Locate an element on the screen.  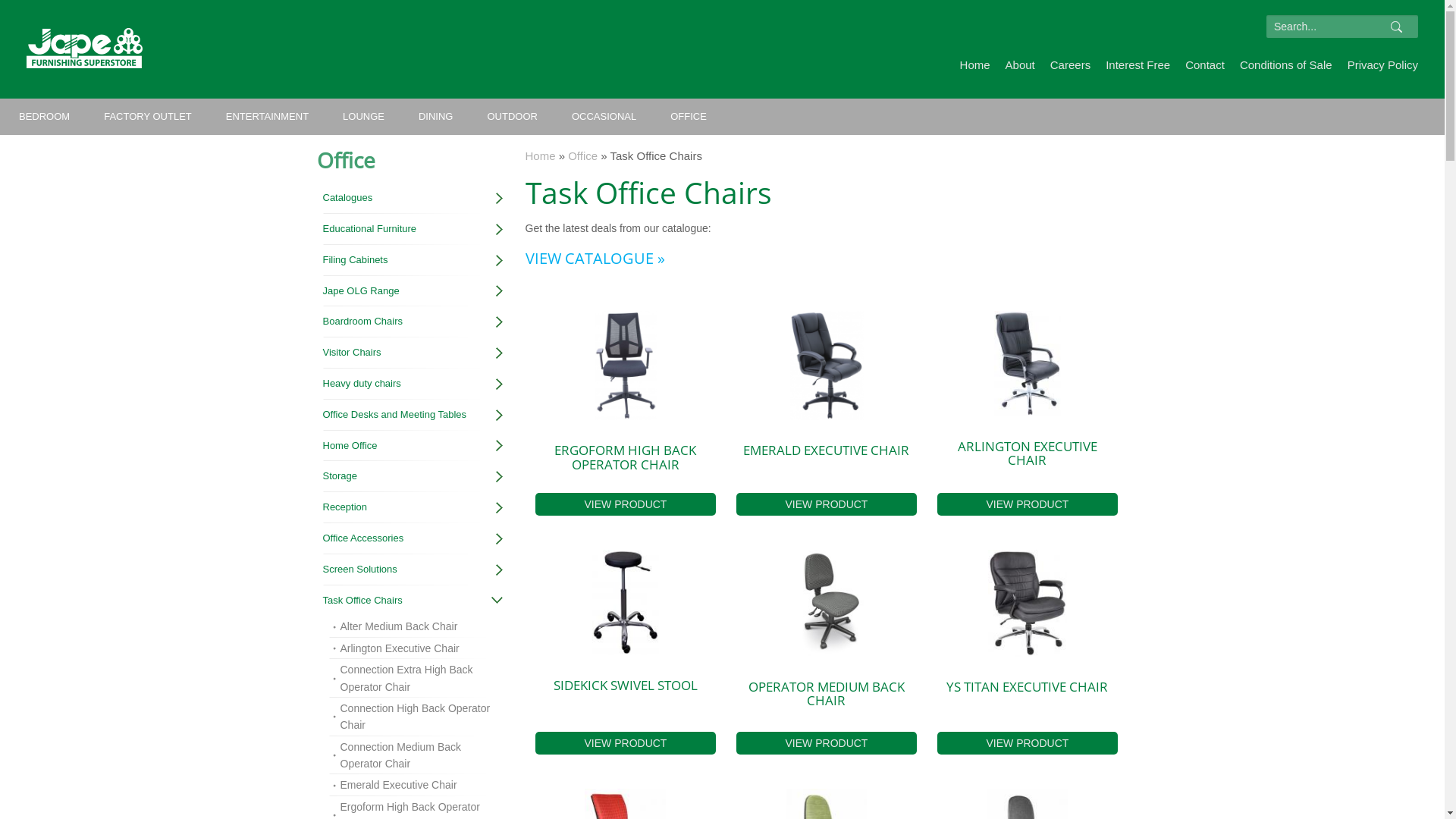
'Interest Free' is located at coordinates (1137, 64).